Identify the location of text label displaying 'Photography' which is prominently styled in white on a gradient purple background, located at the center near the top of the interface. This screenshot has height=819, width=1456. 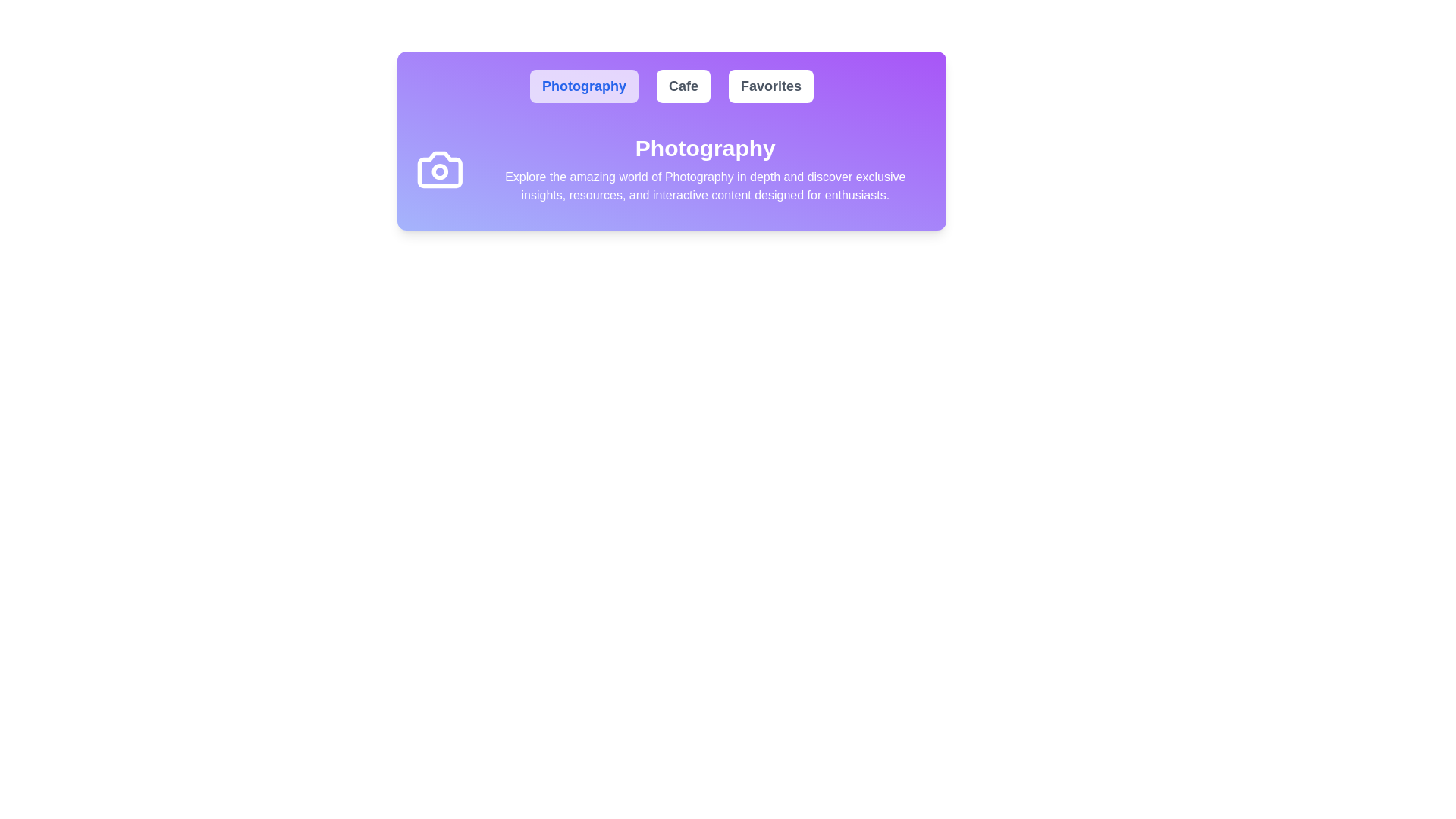
(704, 149).